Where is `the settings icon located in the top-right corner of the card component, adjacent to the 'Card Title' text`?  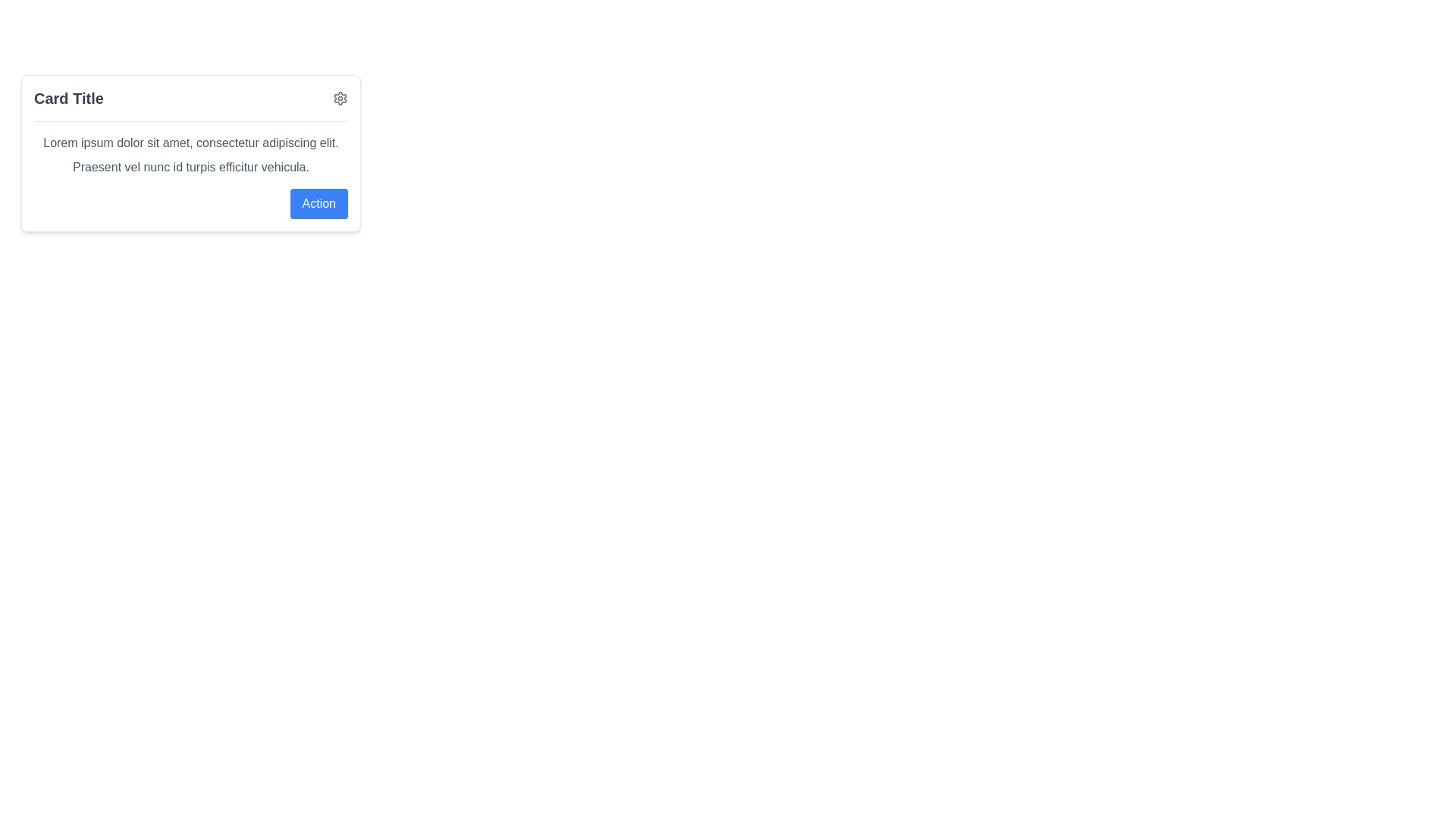
the settings icon located in the top-right corner of the card component, adjacent to the 'Card Title' text is located at coordinates (340, 97).